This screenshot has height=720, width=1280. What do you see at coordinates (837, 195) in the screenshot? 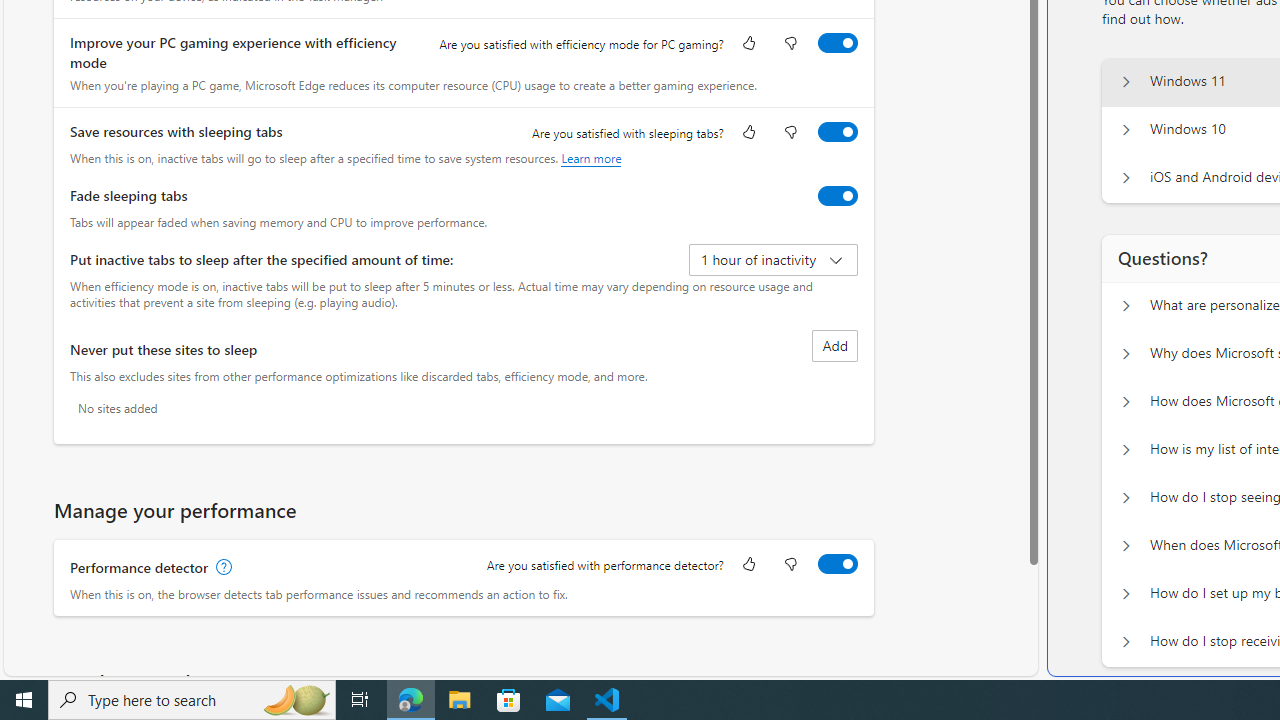
I see `'Fade sleeping tabs'` at bounding box center [837, 195].